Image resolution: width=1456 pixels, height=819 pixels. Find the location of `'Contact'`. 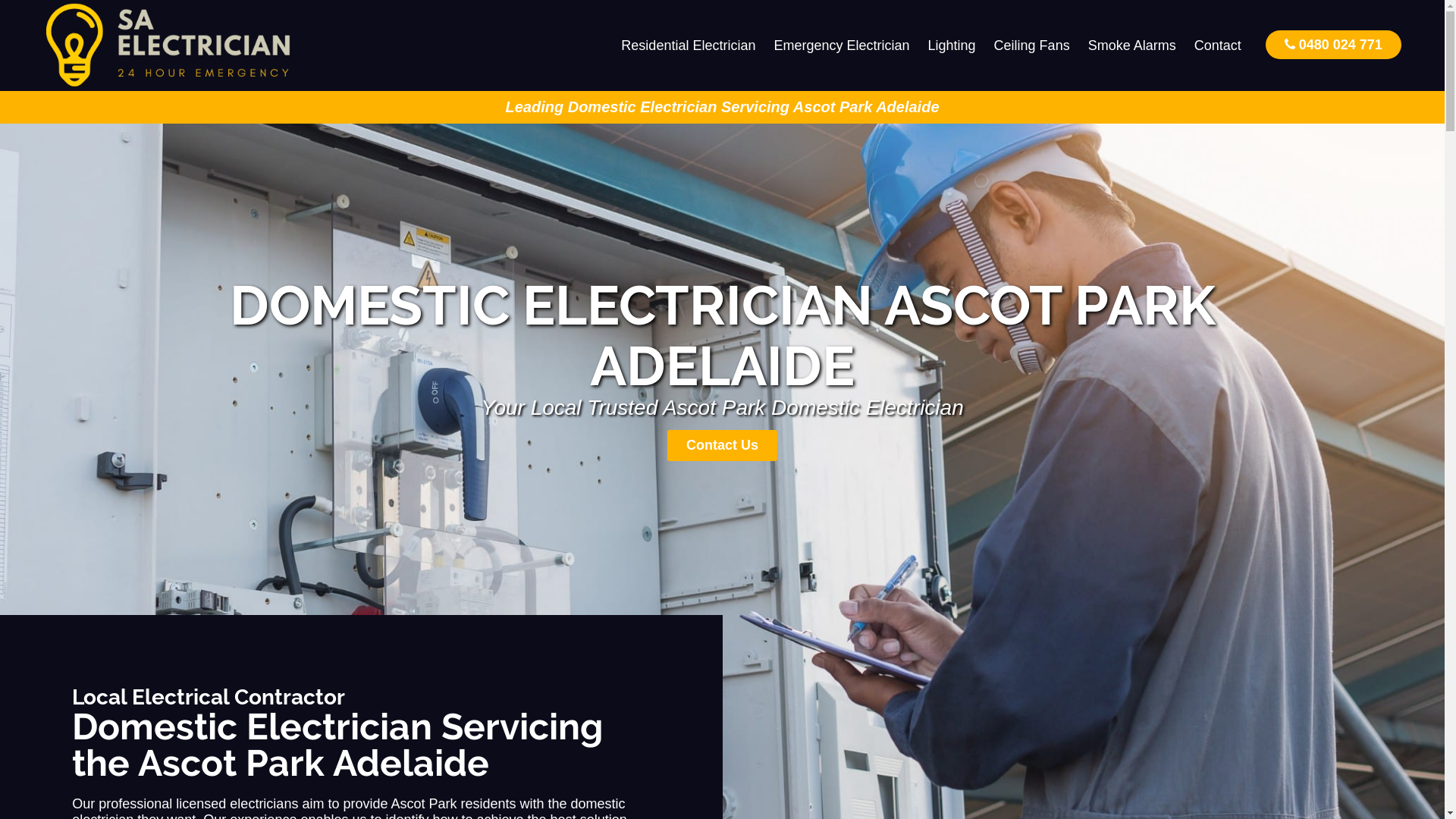

'Contact' is located at coordinates (1185, 45).